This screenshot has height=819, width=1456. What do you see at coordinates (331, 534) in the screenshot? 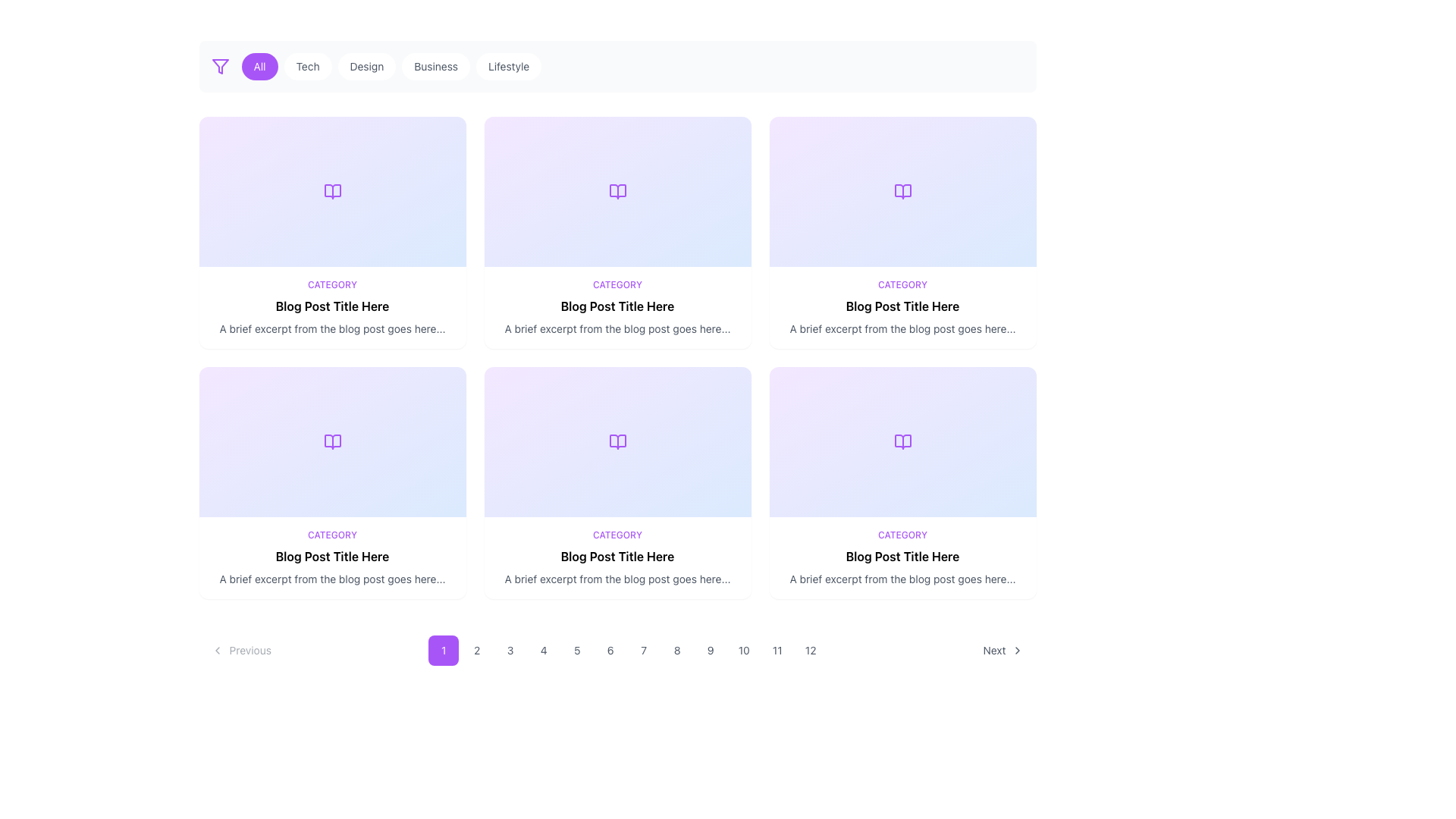
I see `the 'CATEGORY' label, which is a small piece of text in purple font, located at the top of the blog post preview panel, just above the post's title` at bounding box center [331, 534].